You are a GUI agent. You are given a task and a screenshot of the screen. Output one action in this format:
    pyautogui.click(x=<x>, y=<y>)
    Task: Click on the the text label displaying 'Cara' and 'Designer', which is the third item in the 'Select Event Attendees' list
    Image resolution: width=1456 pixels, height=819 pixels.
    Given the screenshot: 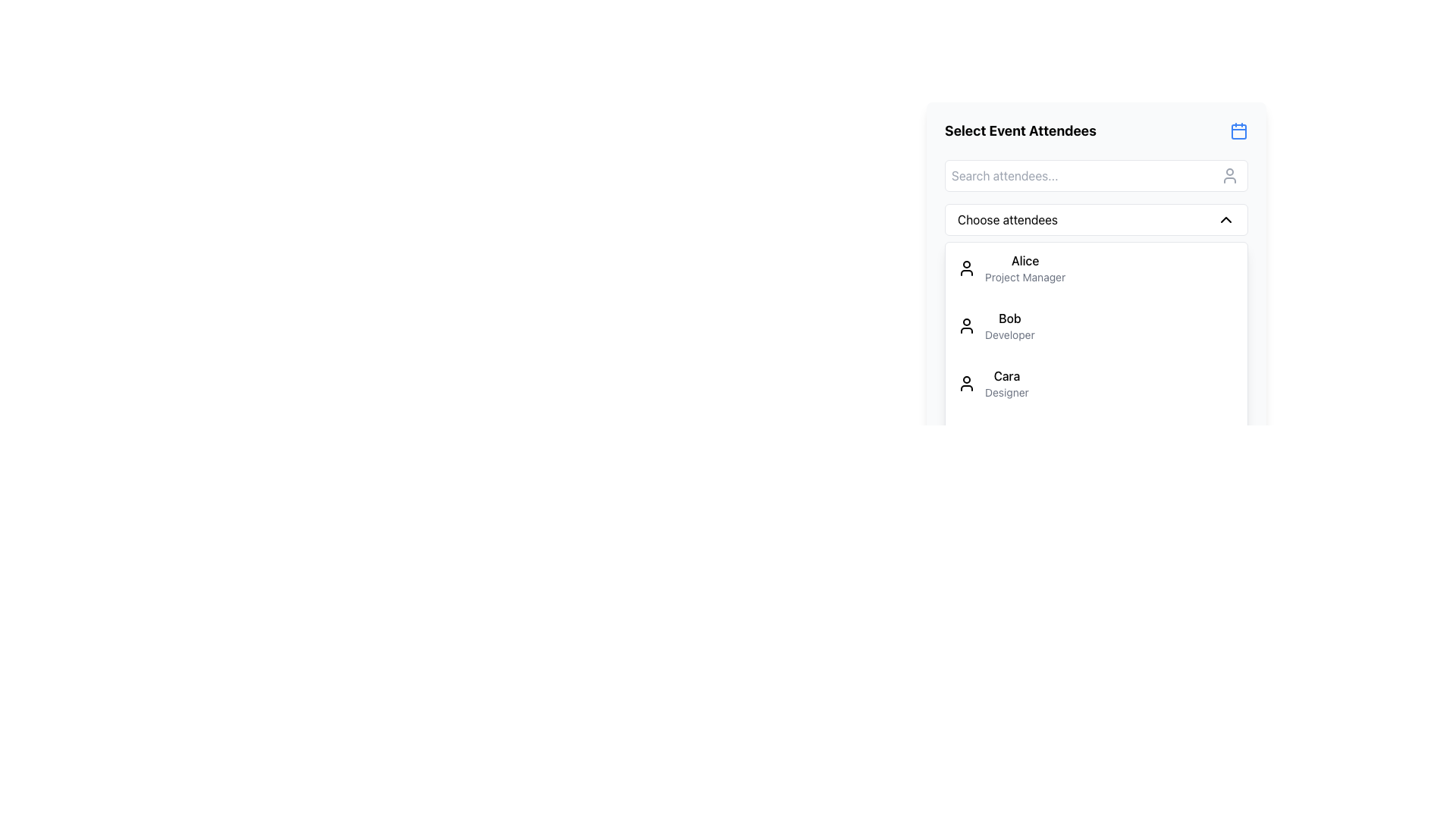 What is the action you would take?
    pyautogui.click(x=1006, y=382)
    